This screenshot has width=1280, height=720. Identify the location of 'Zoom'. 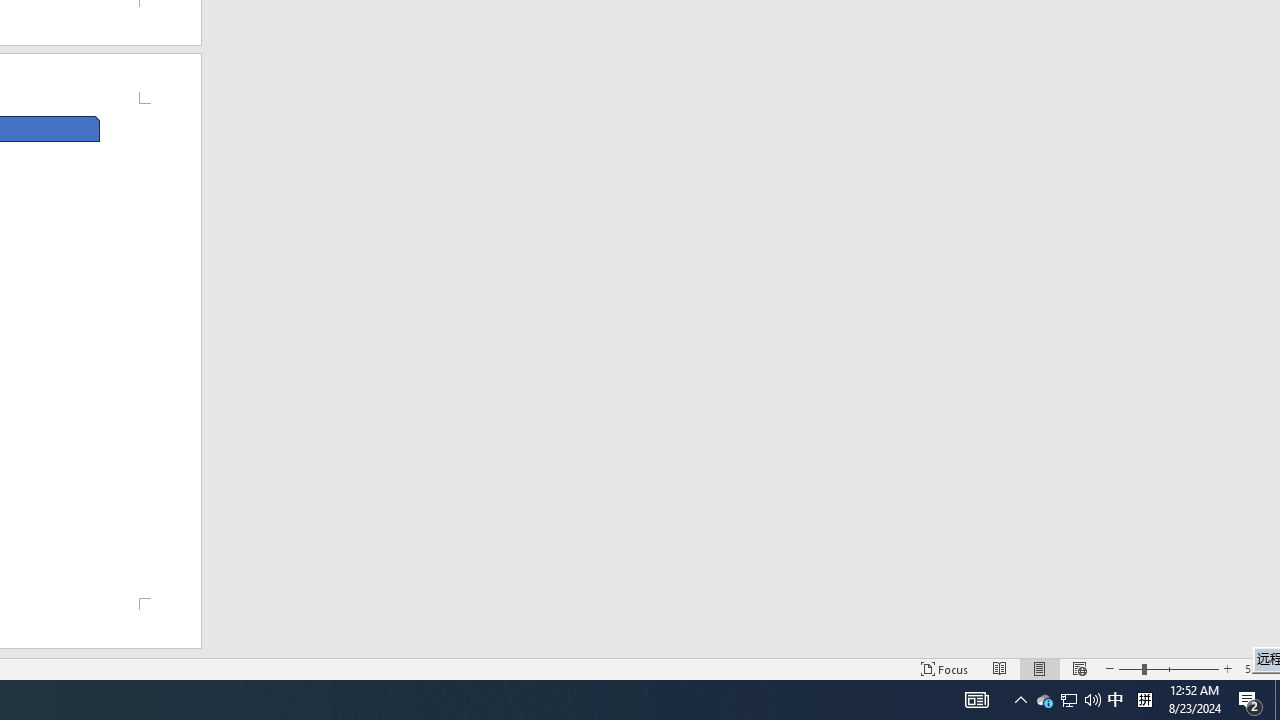
(1168, 669).